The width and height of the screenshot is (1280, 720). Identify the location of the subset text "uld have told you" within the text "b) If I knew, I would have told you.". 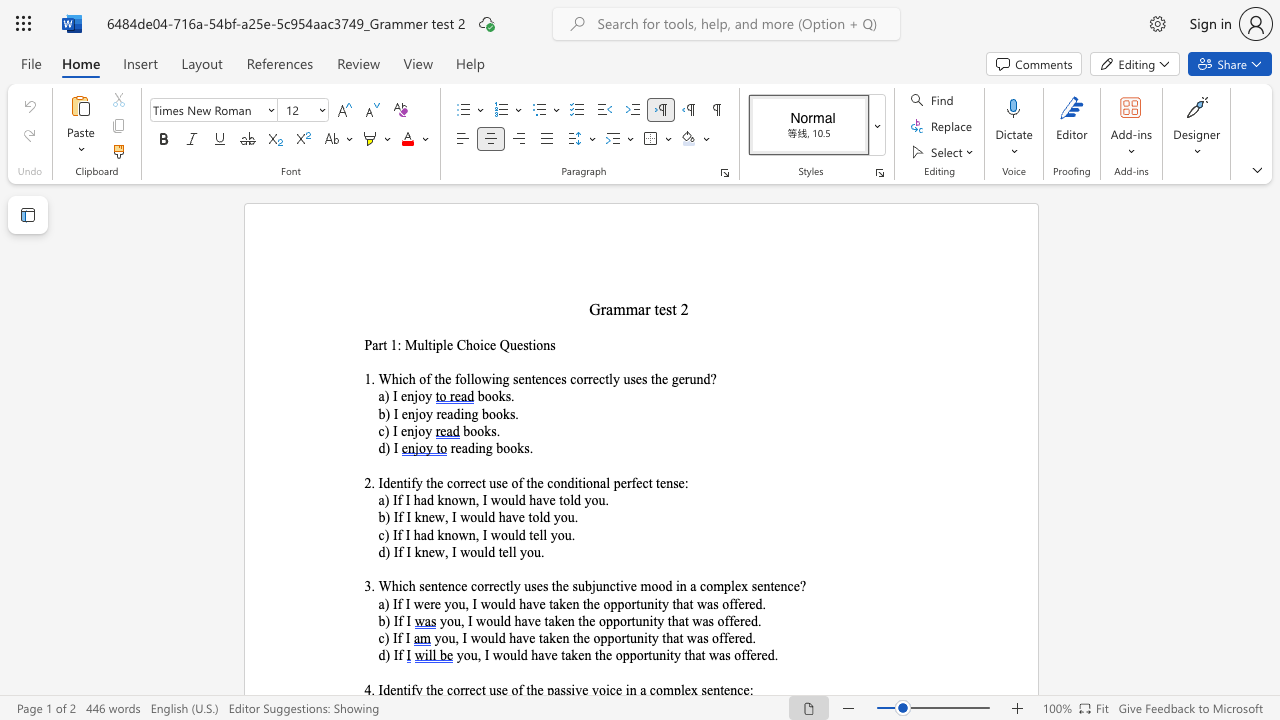
(476, 516).